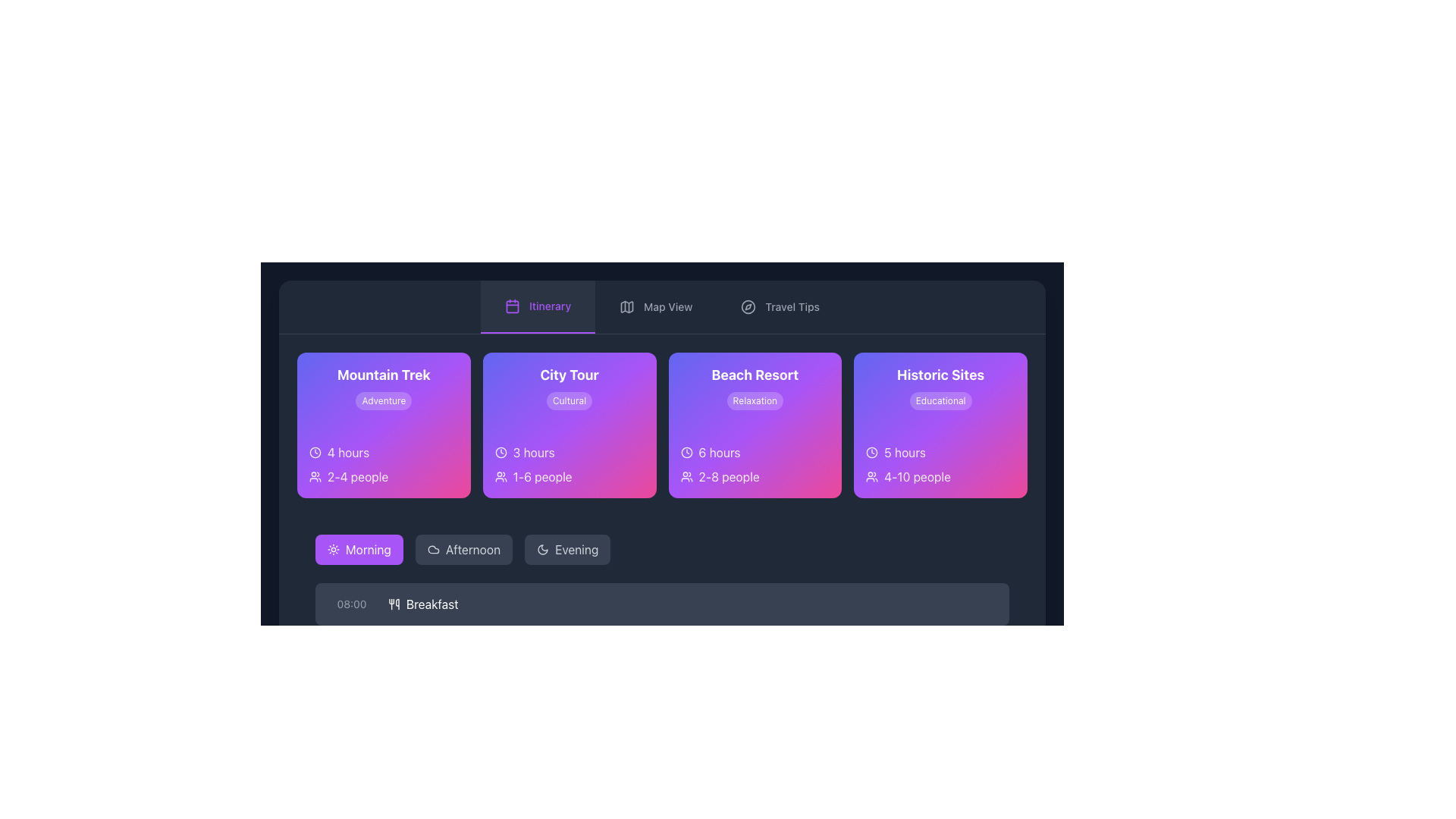  Describe the element at coordinates (872, 475) in the screenshot. I see `the small outlined icon depicting a stylized group of people located in the '4-10 people' section of the Historic Sites card, positioned at the top-left corner of the '4-10 people' text` at that location.